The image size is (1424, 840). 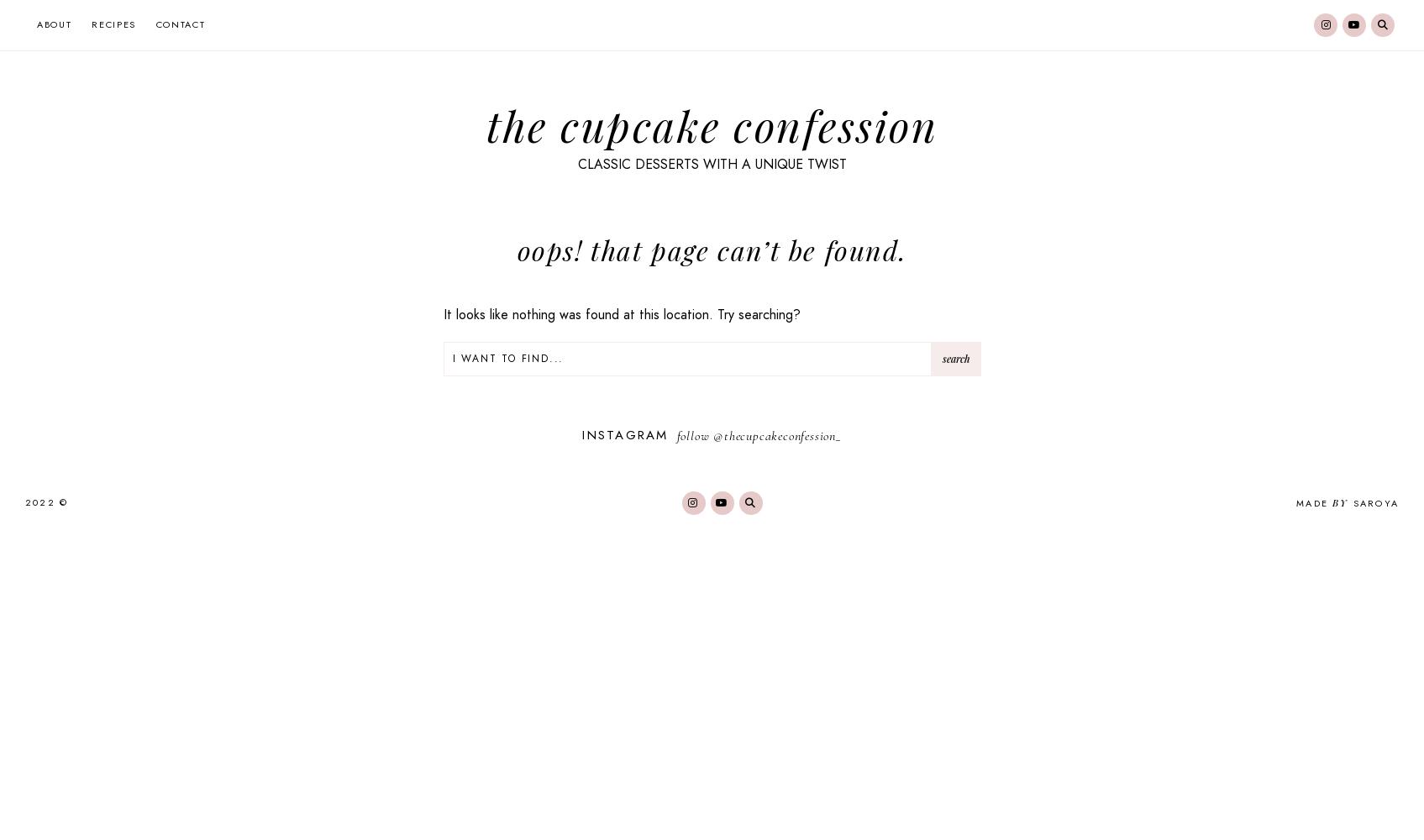 What do you see at coordinates (712, 124) in the screenshot?
I see `'The Cupcake Confession'` at bounding box center [712, 124].